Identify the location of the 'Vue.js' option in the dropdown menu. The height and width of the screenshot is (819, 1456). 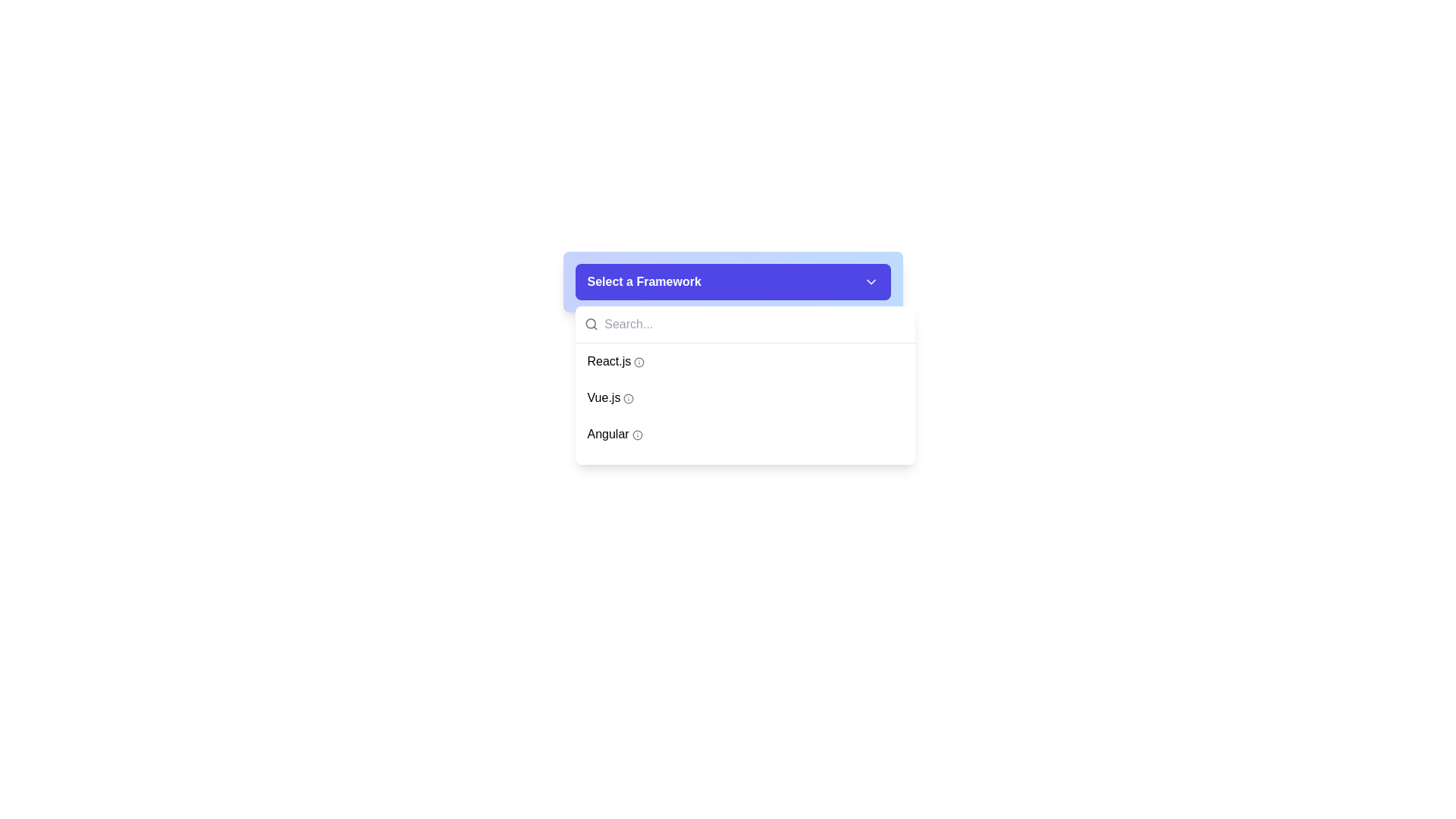
(745, 403).